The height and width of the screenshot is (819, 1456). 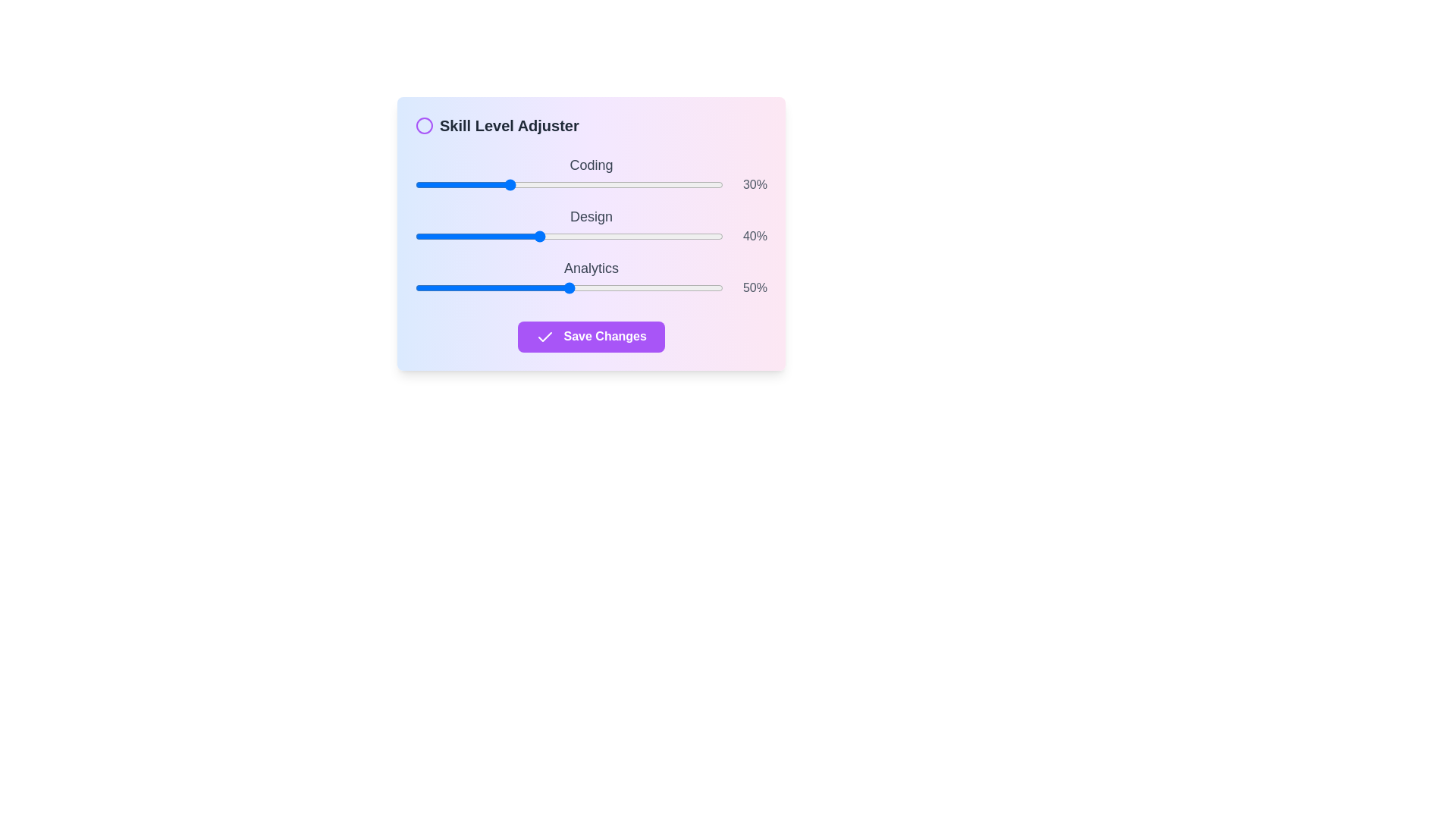 What do you see at coordinates (590, 336) in the screenshot?
I see `the 'Save Changes' button` at bounding box center [590, 336].